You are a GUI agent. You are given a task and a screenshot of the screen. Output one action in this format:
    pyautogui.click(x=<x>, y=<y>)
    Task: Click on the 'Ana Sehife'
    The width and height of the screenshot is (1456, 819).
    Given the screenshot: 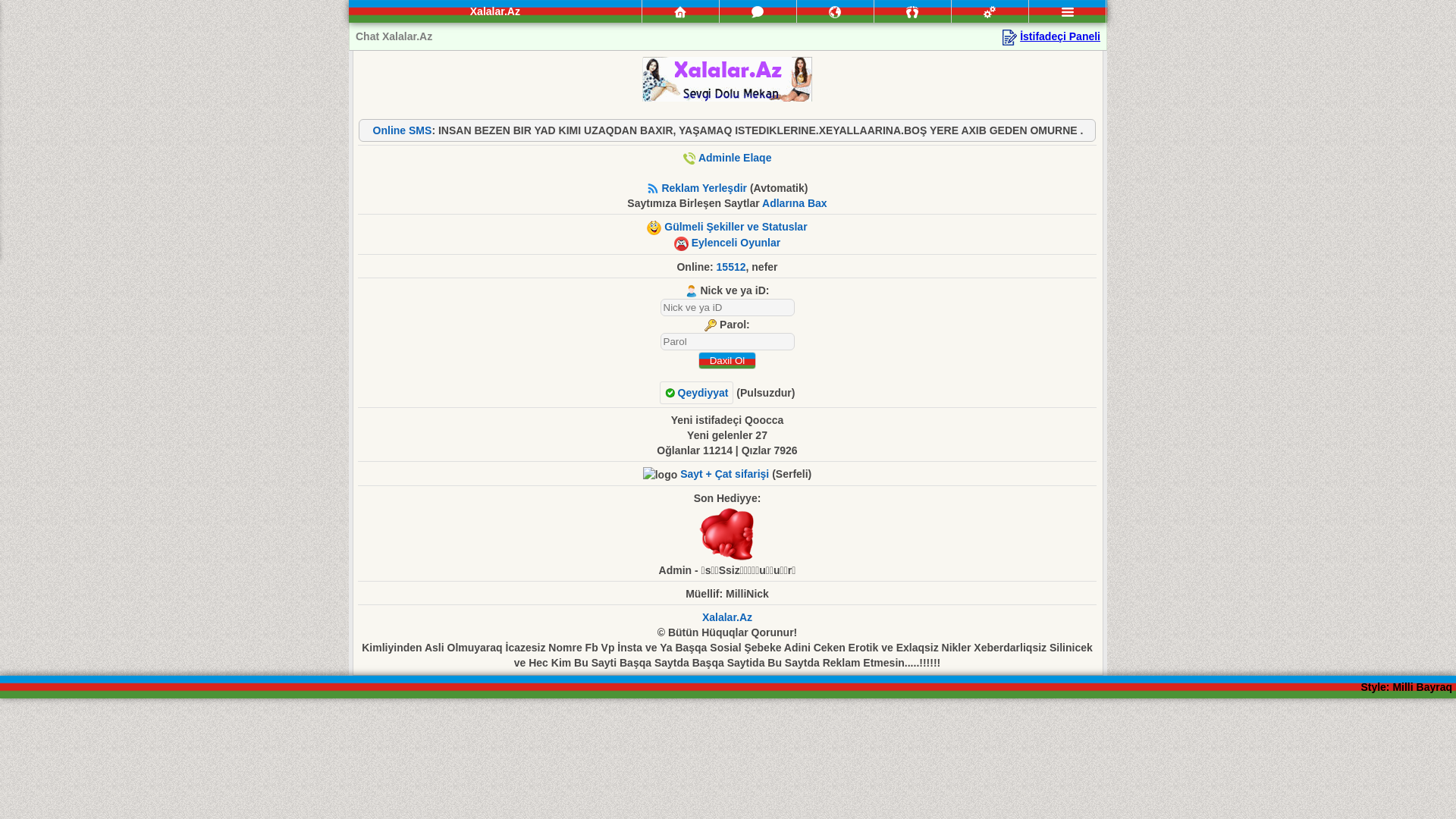 What is the action you would take?
    pyautogui.click(x=679, y=11)
    